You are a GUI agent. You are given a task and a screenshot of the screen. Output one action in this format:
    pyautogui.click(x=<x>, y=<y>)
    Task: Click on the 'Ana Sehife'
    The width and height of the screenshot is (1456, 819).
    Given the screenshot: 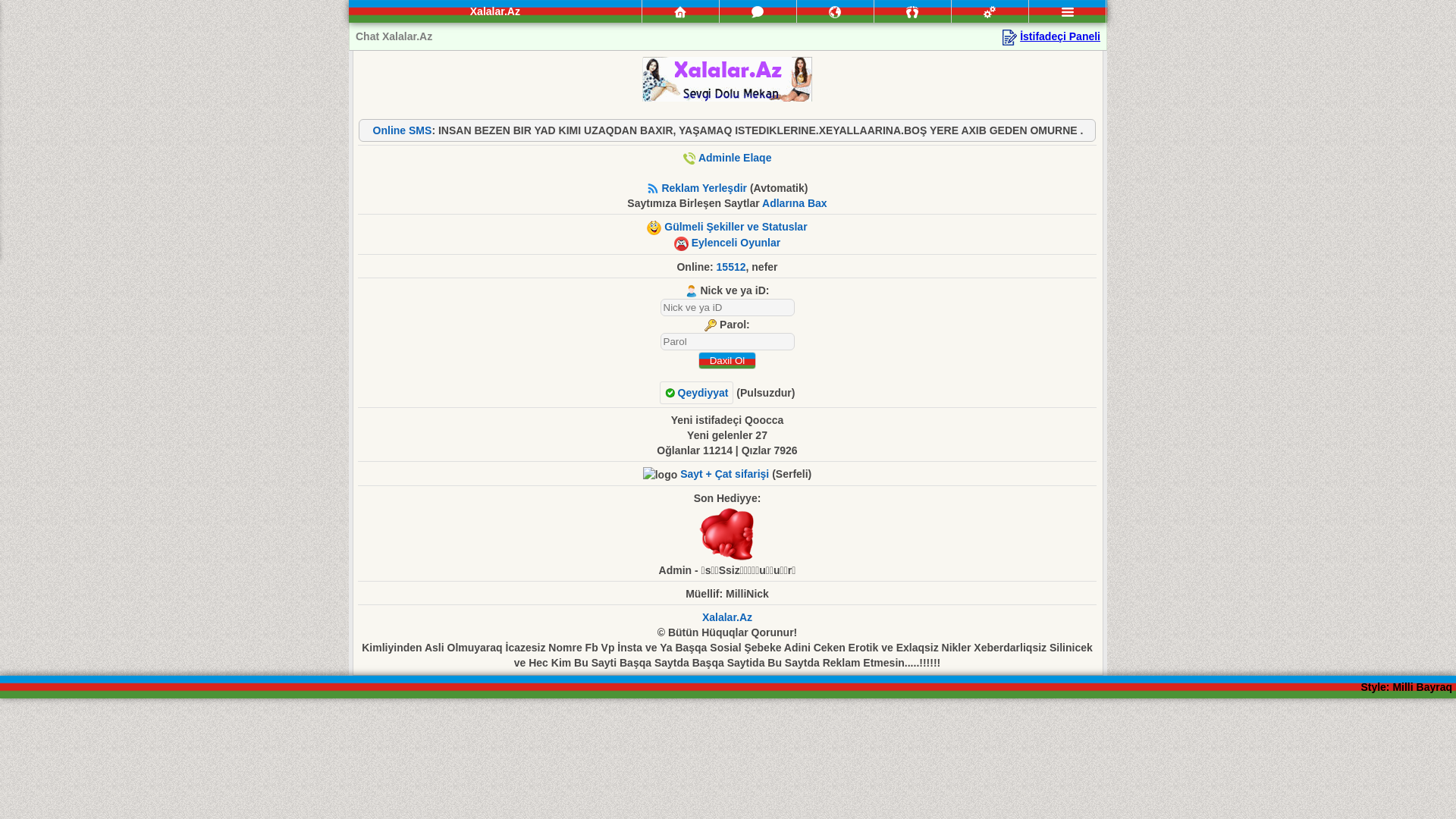 What is the action you would take?
    pyautogui.click(x=679, y=11)
    